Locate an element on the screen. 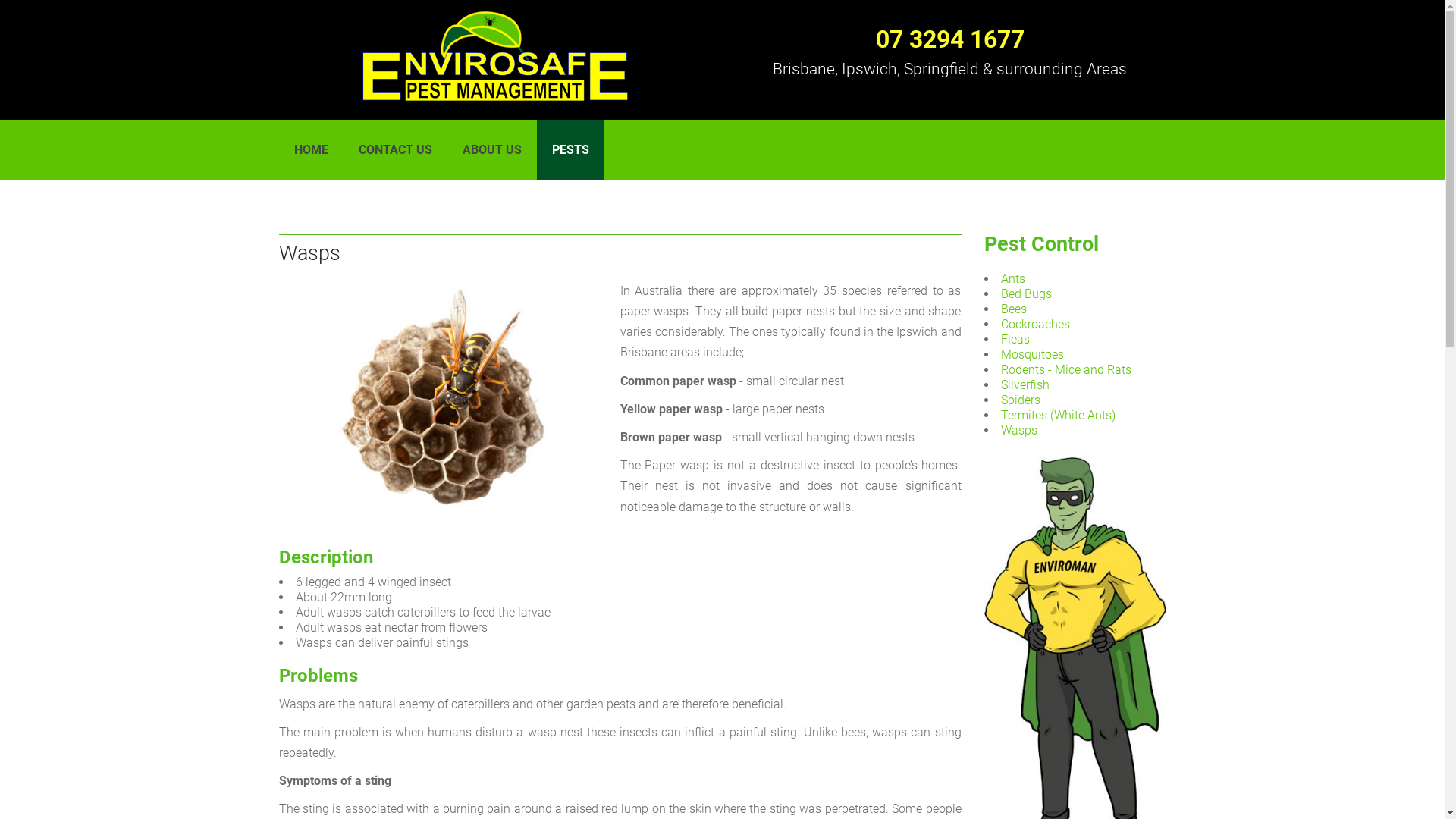 The image size is (1456, 819). 'Mosquitoes' is located at coordinates (1031, 354).